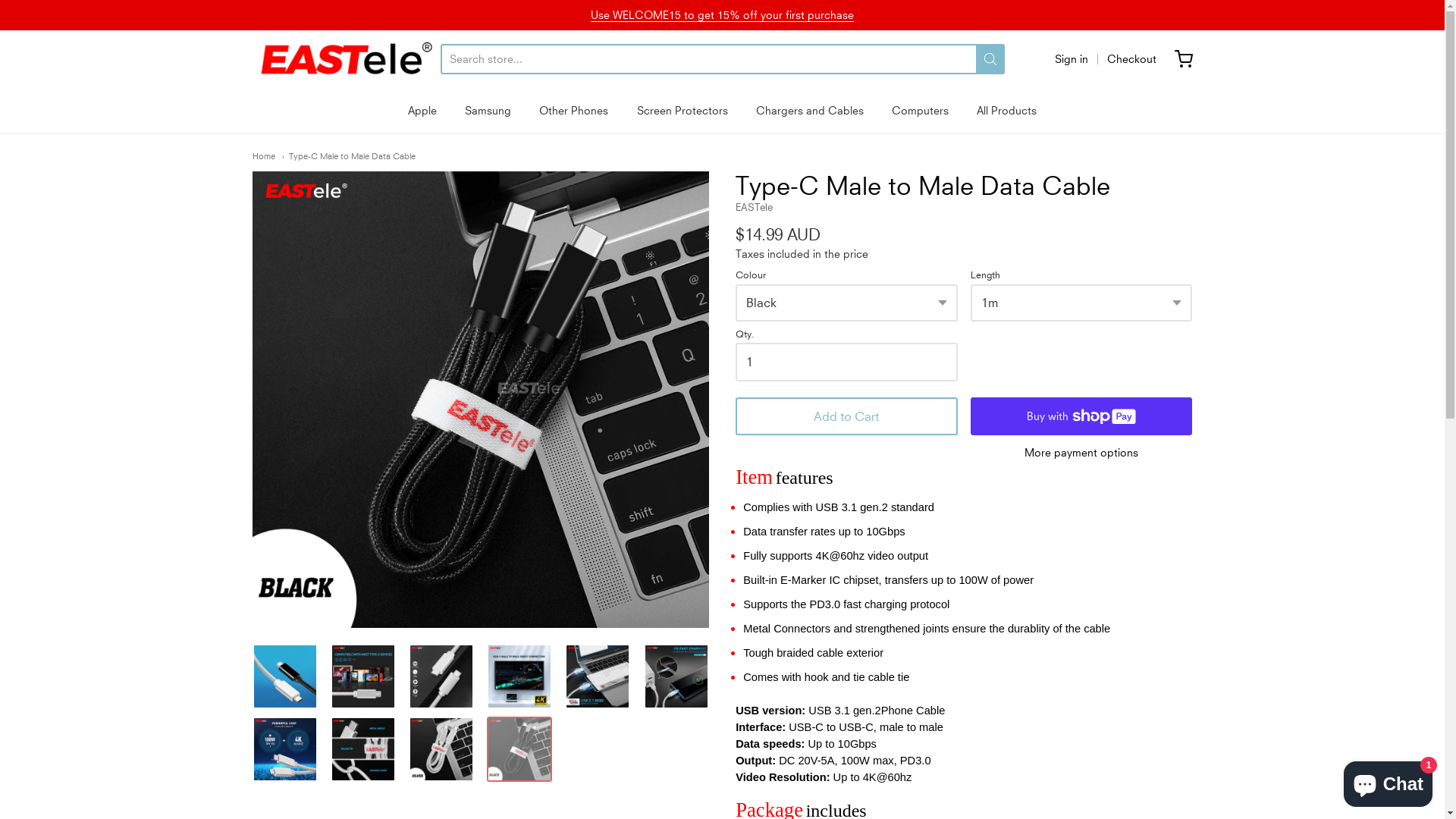 The width and height of the screenshot is (1456, 819). What do you see at coordinates (440, 675) in the screenshot?
I see `'Type-C Male to Male Data Cable'` at bounding box center [440, 675].